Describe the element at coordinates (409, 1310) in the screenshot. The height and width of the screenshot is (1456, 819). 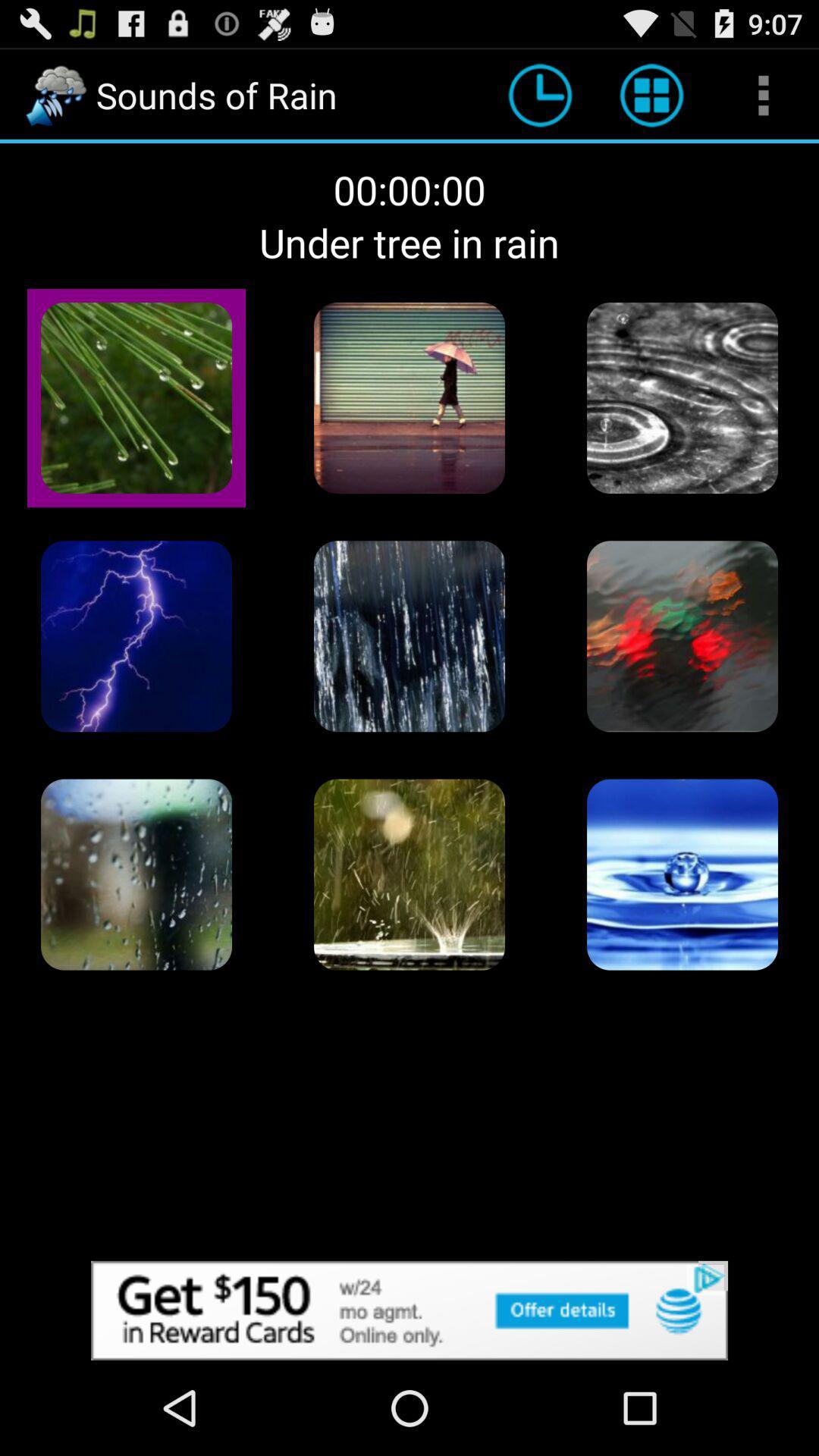
I see `site` at that location.